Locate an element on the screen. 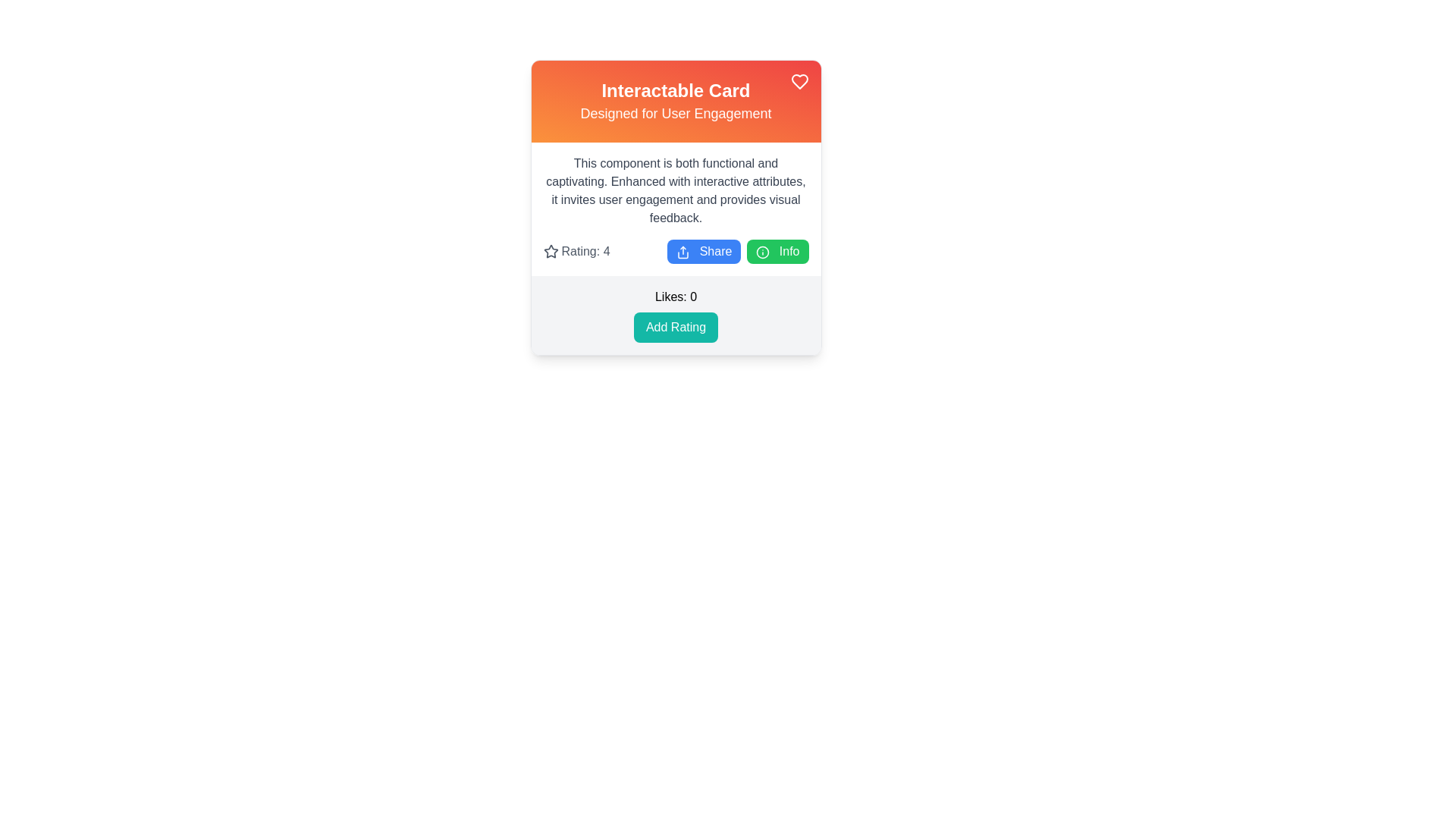 The image size is (1456, 819). the visual representation of the small graphical SVG icon depicting a share symbol with an upward arrow, located centrally to the left of the text 'Share' in the interactive card component is located at coordinates (682, 251).